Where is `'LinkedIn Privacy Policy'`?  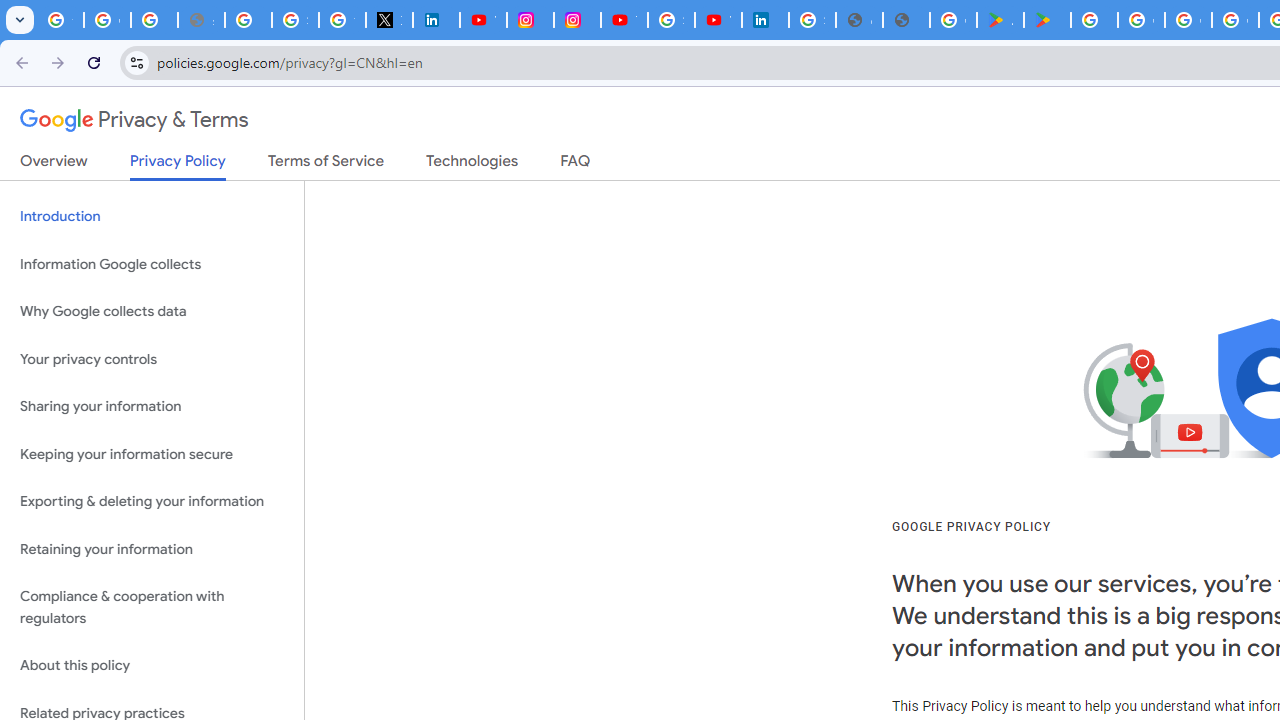 'LinkedIn Privacy Policy' is located at coordinates (435, 20).